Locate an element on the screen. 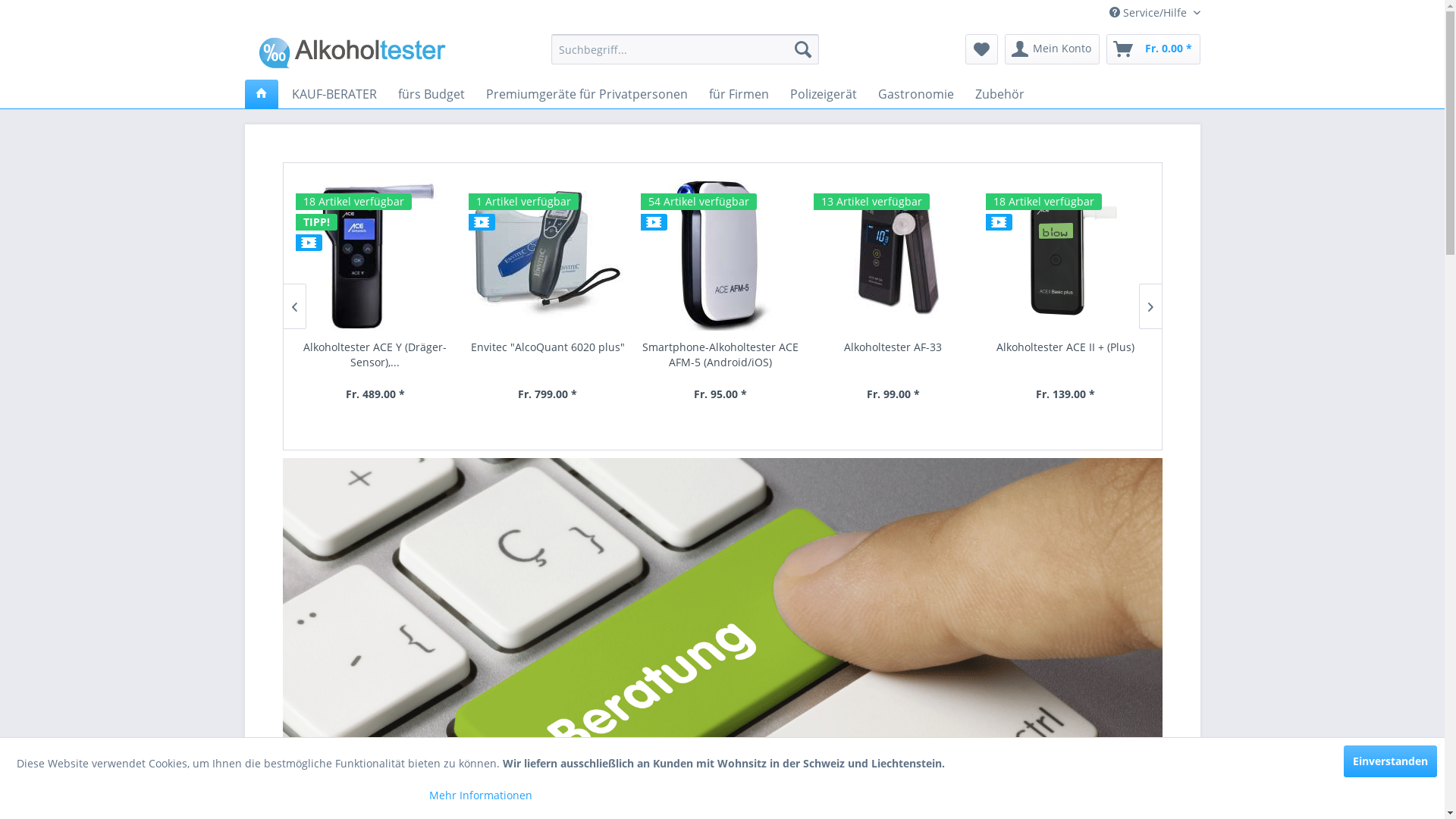 The width and height of the screenshot is (1456, 819). 'Fr. 0.00 *' is located at coordinates (1153, 49).